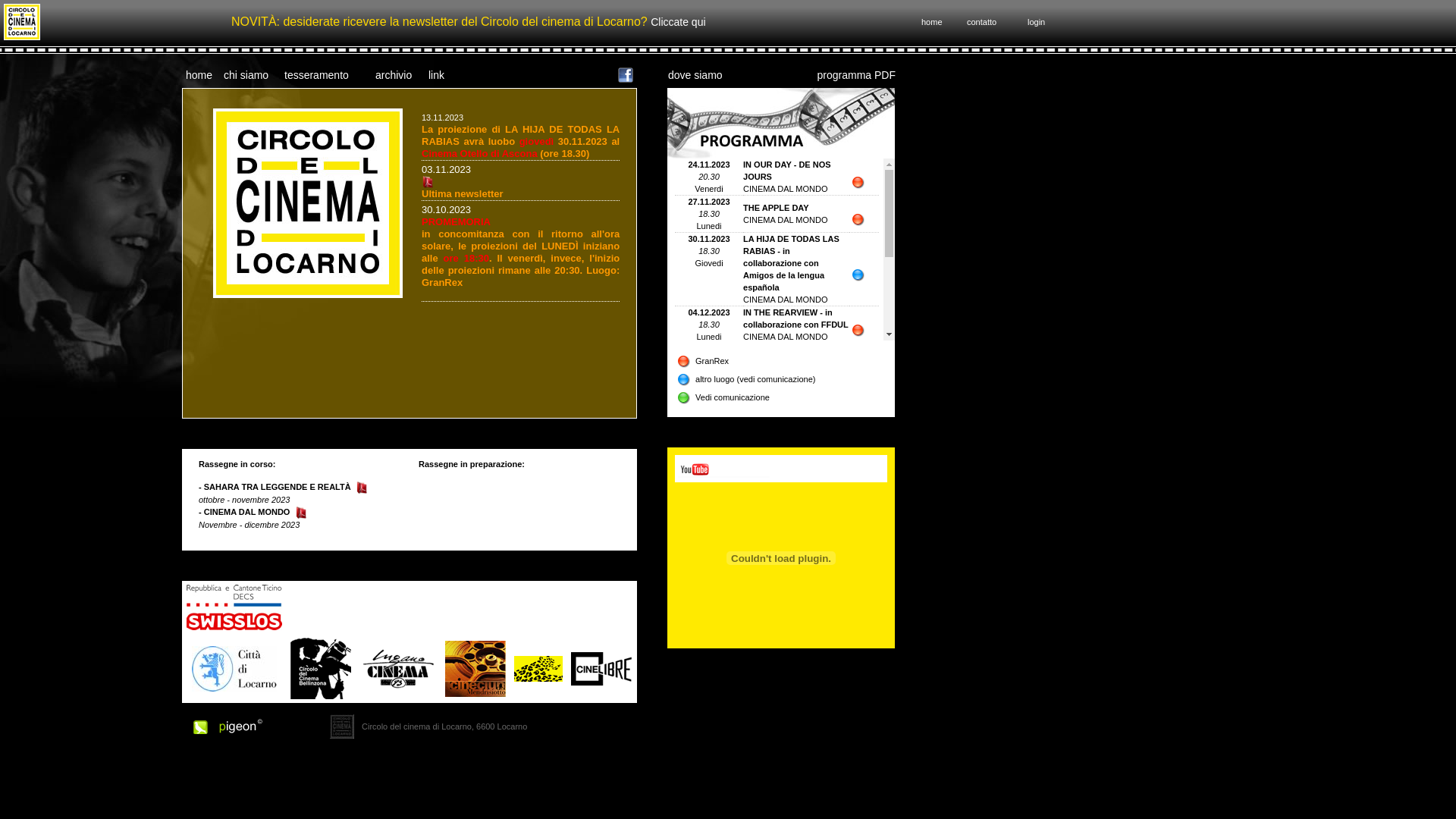 This screenshot has height=819, width=1456. What do you see at coordinates (981, 22) in the screenshot?
I see `'contatto'` at bounding box center [981, 22].